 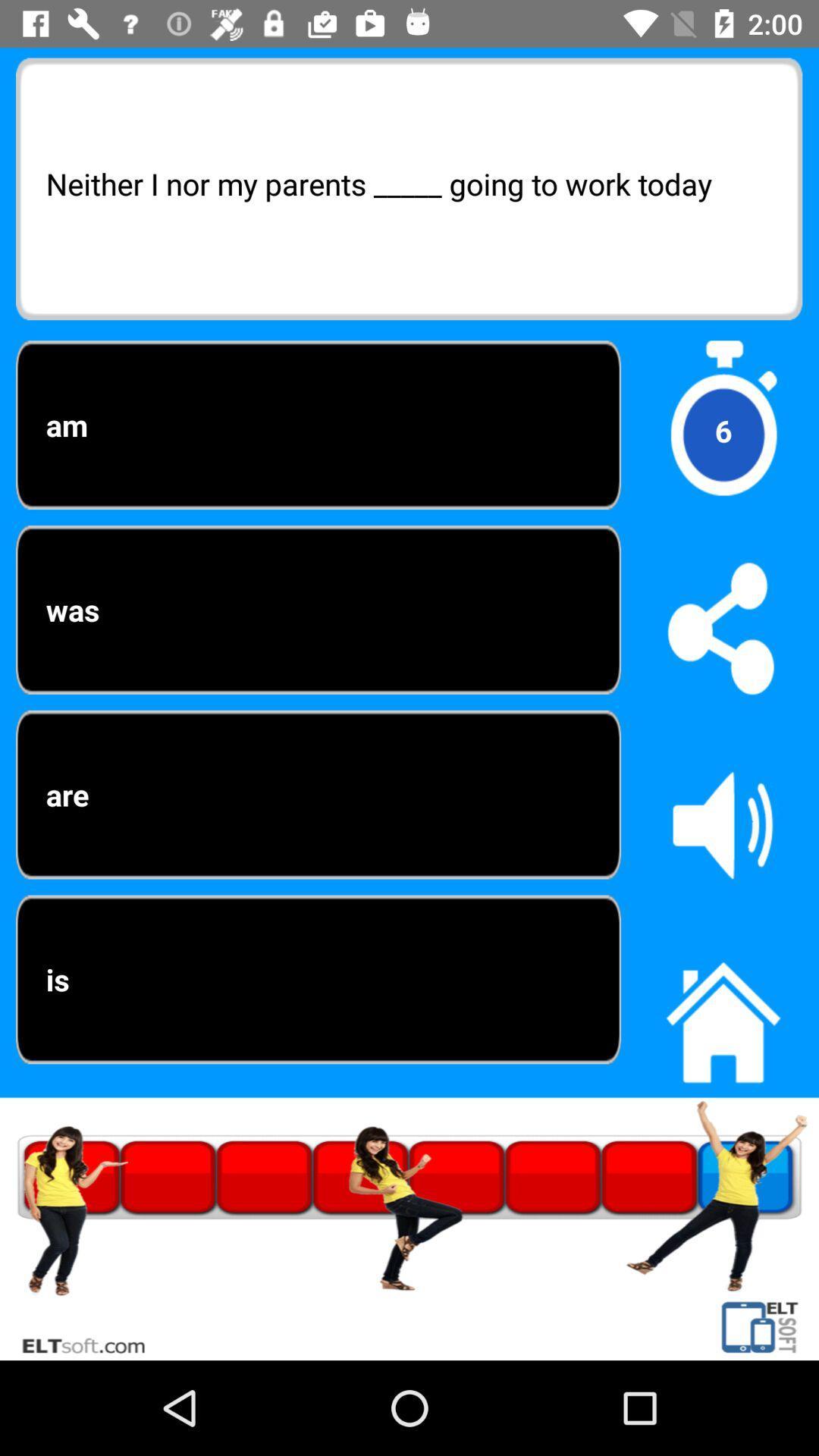 I want to click on item to the left of the 6 item, so click(x=318, y=610).